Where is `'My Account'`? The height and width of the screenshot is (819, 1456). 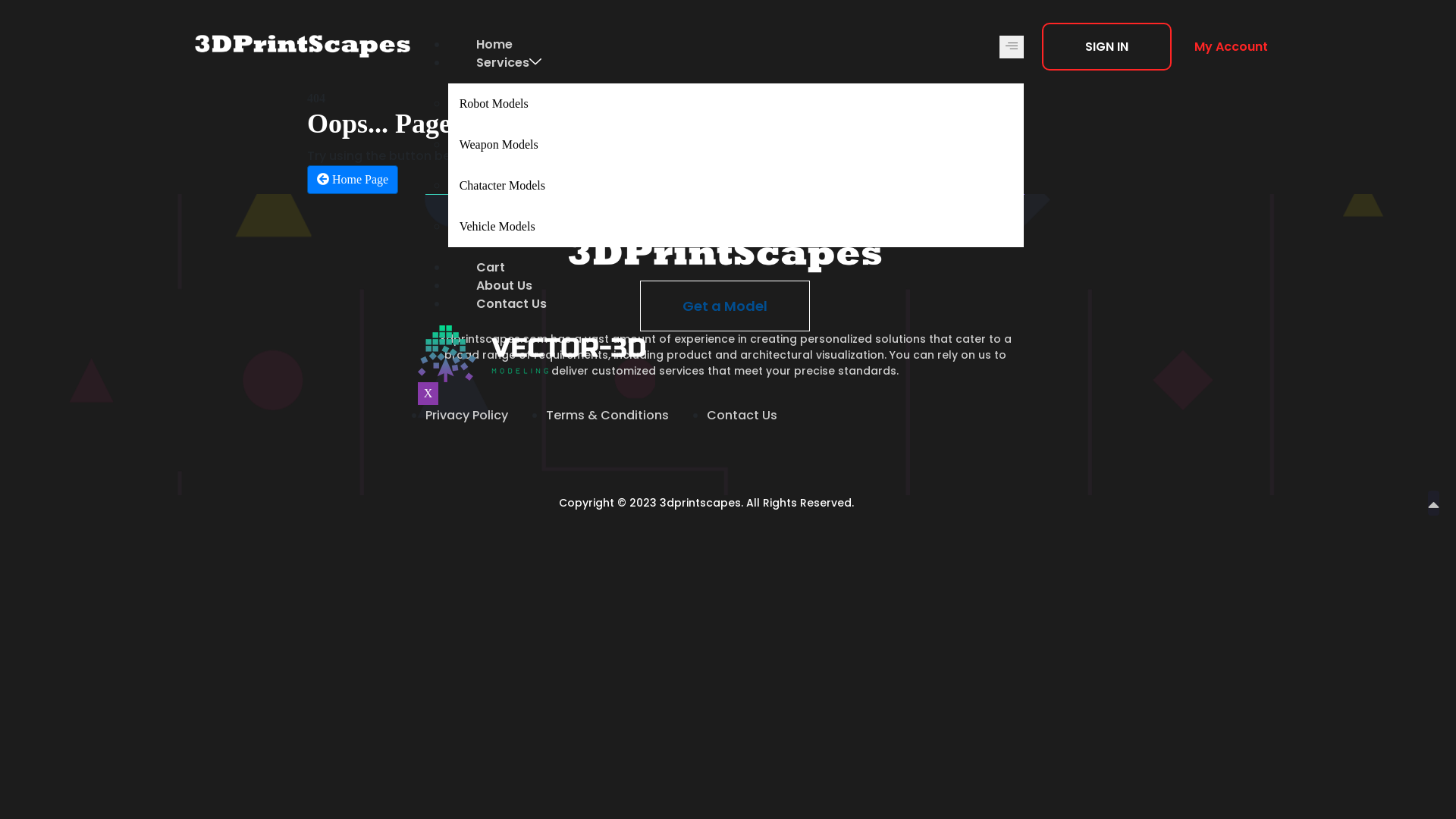
'My Account' is located at coordinates (1231, 45).